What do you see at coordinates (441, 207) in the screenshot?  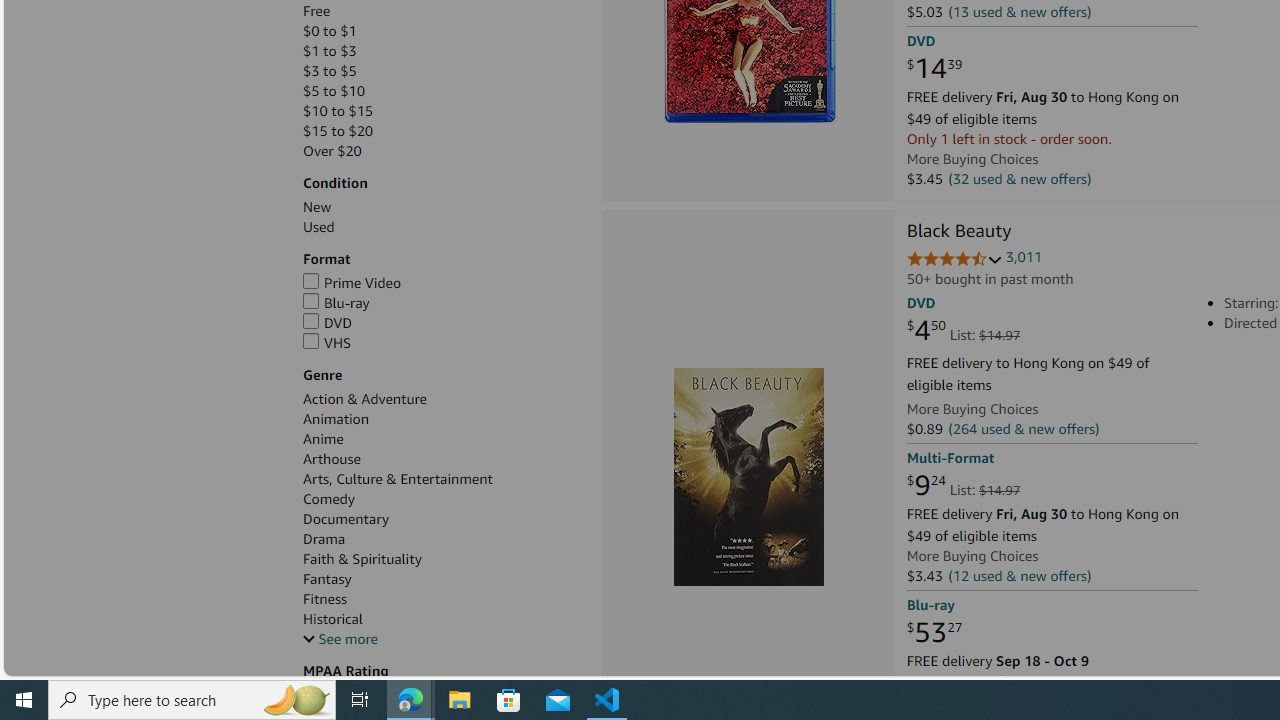 I see `'New'` at bounding box center [441, 207].